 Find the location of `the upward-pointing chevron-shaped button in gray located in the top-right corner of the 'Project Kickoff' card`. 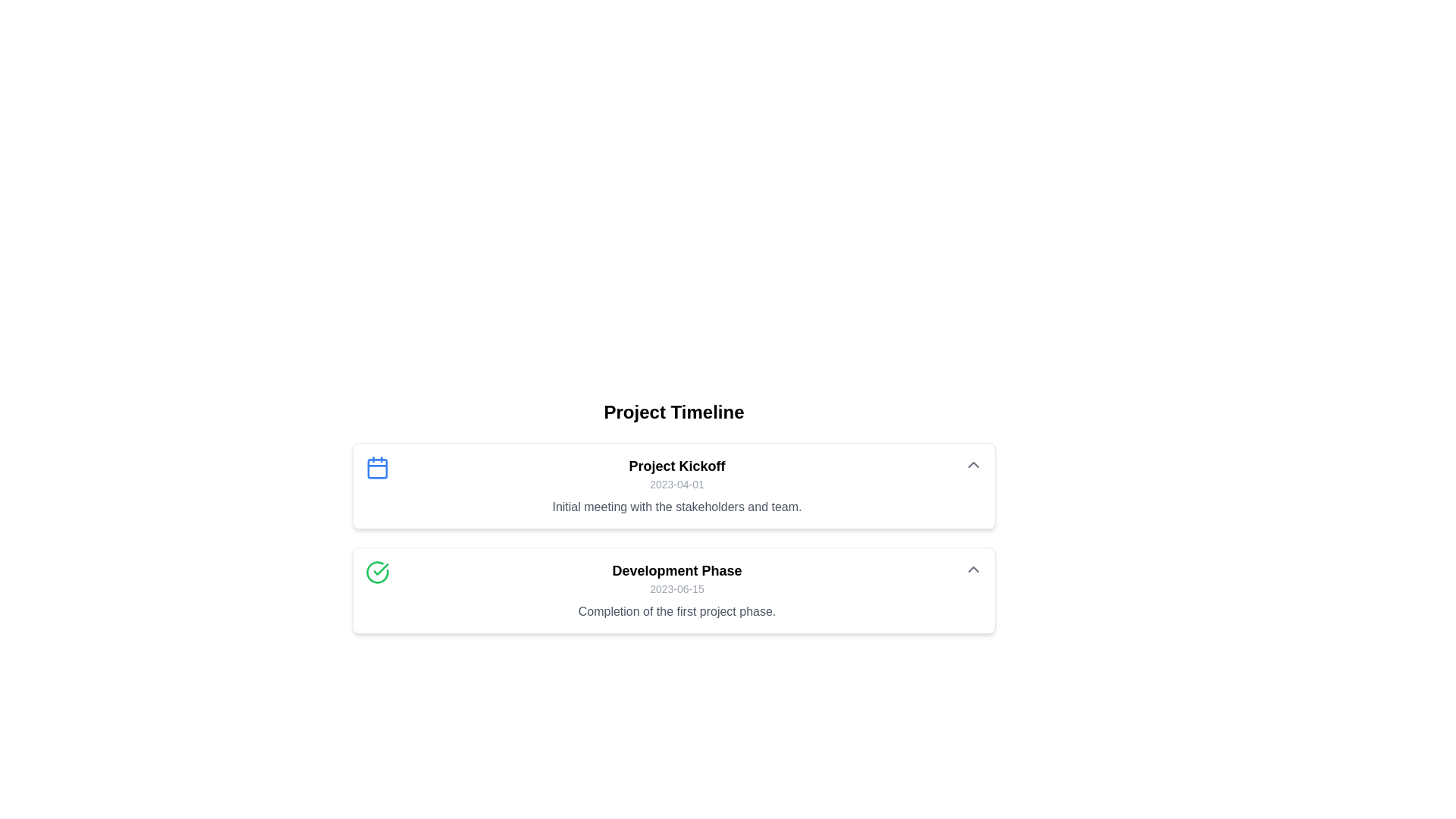

the upward-pointing chevron-shaped button in gray located in the top-right corner of the 'Project Kickoff' card is located at coordinates (973, 464).